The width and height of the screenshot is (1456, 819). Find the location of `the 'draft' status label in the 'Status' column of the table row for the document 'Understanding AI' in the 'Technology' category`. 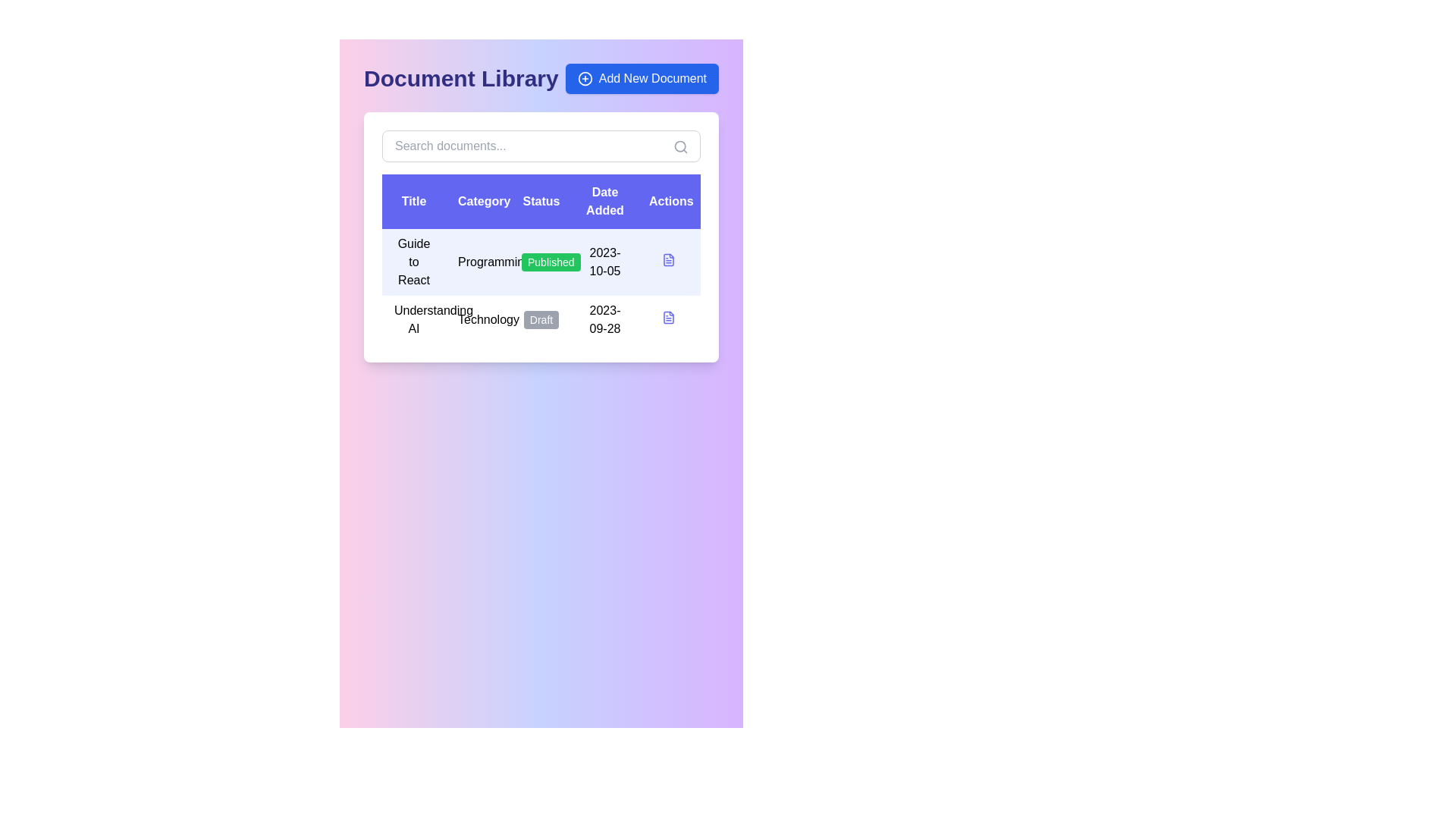

the 'draft' status label in the 'Status' column of the table row for the document 'Understanding AI' in the 'Technology' category is located at coordinates (541, 318).